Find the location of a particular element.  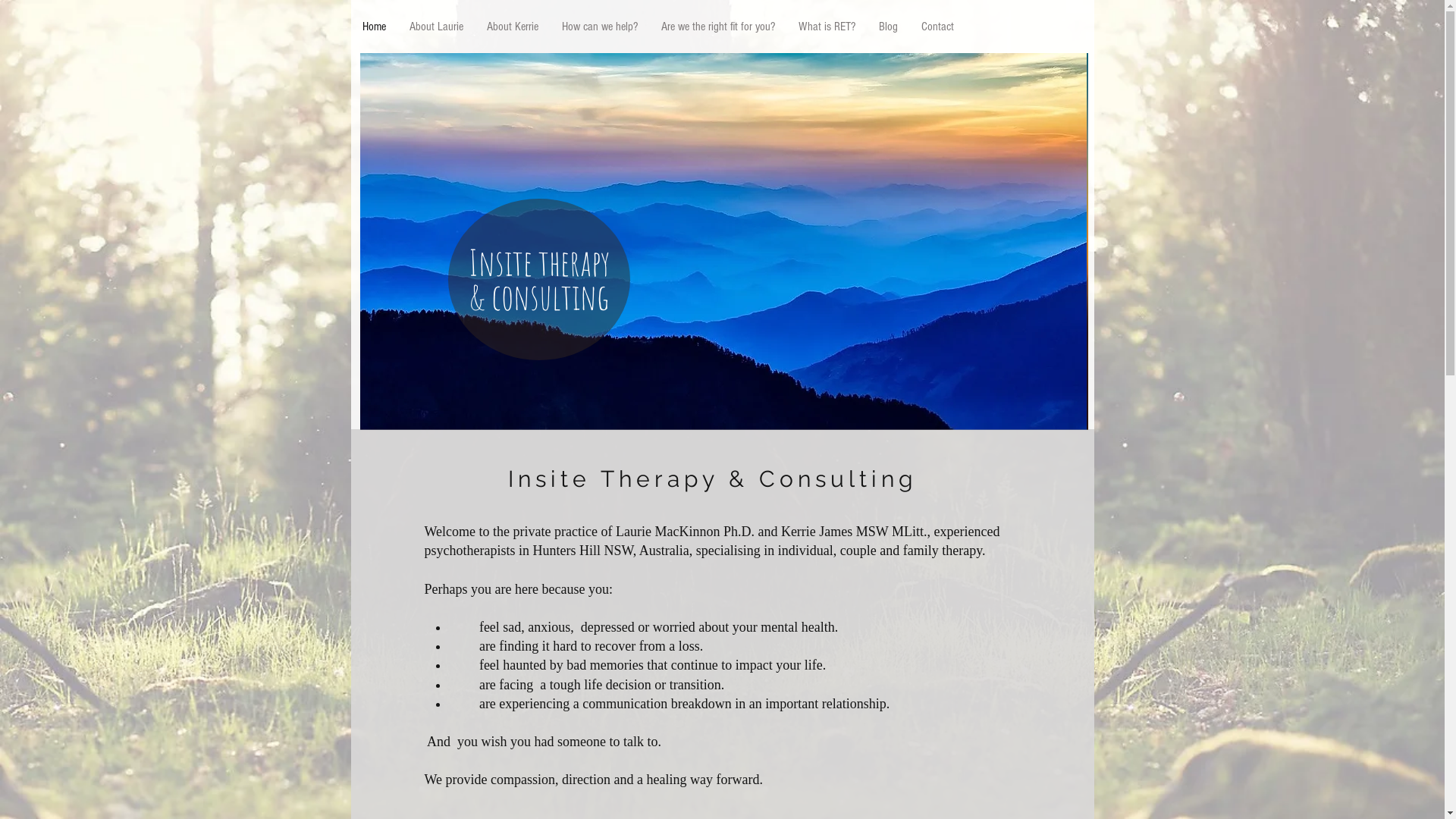

'Home' is located at coordinates (373, 27).